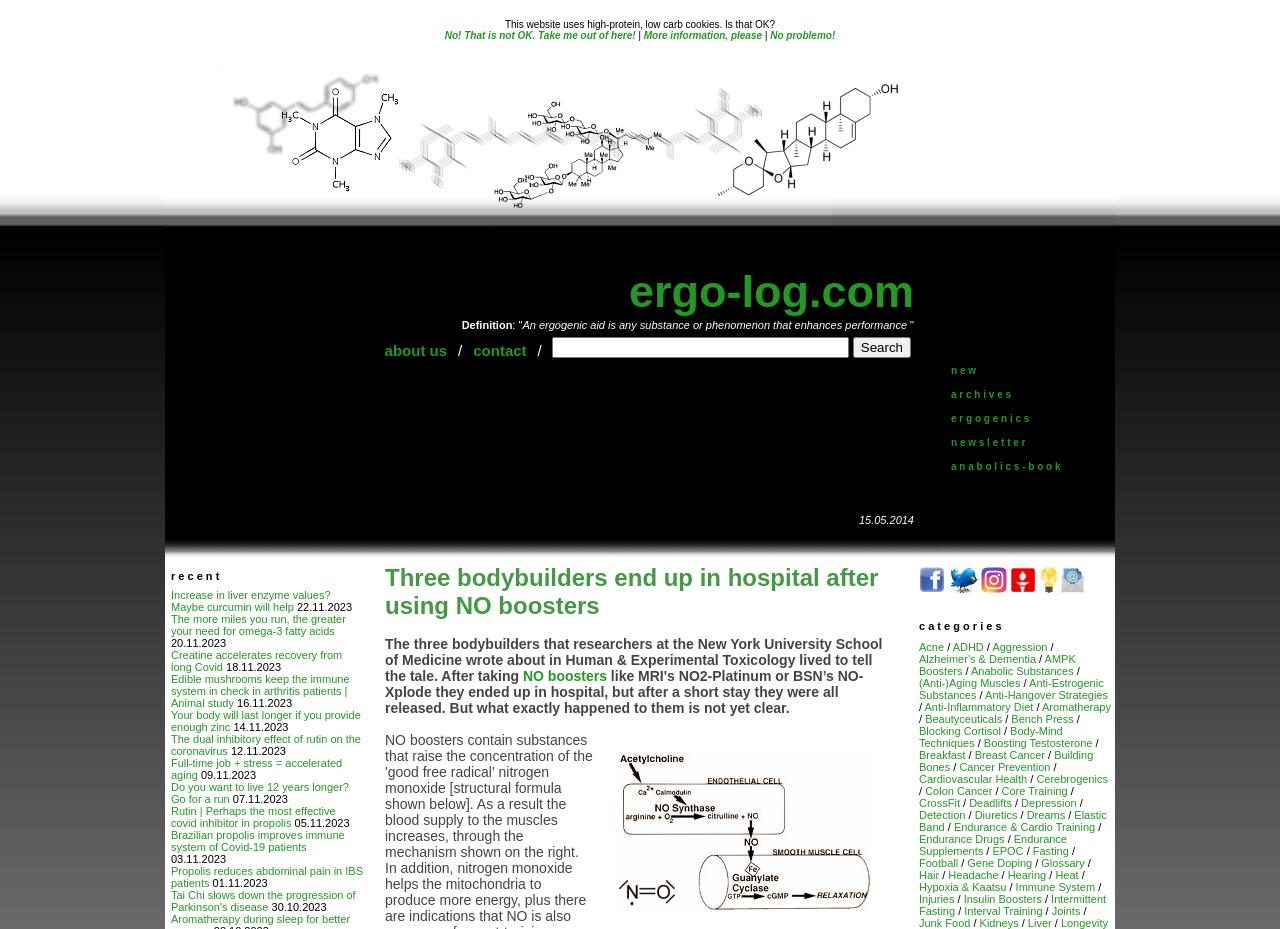 Image resolution: width=1280 pixels, height=929 pixels. What do you see at coordinates (909, 324) in the screenshot?
I see `'"'` at bounding box center [909, 324].